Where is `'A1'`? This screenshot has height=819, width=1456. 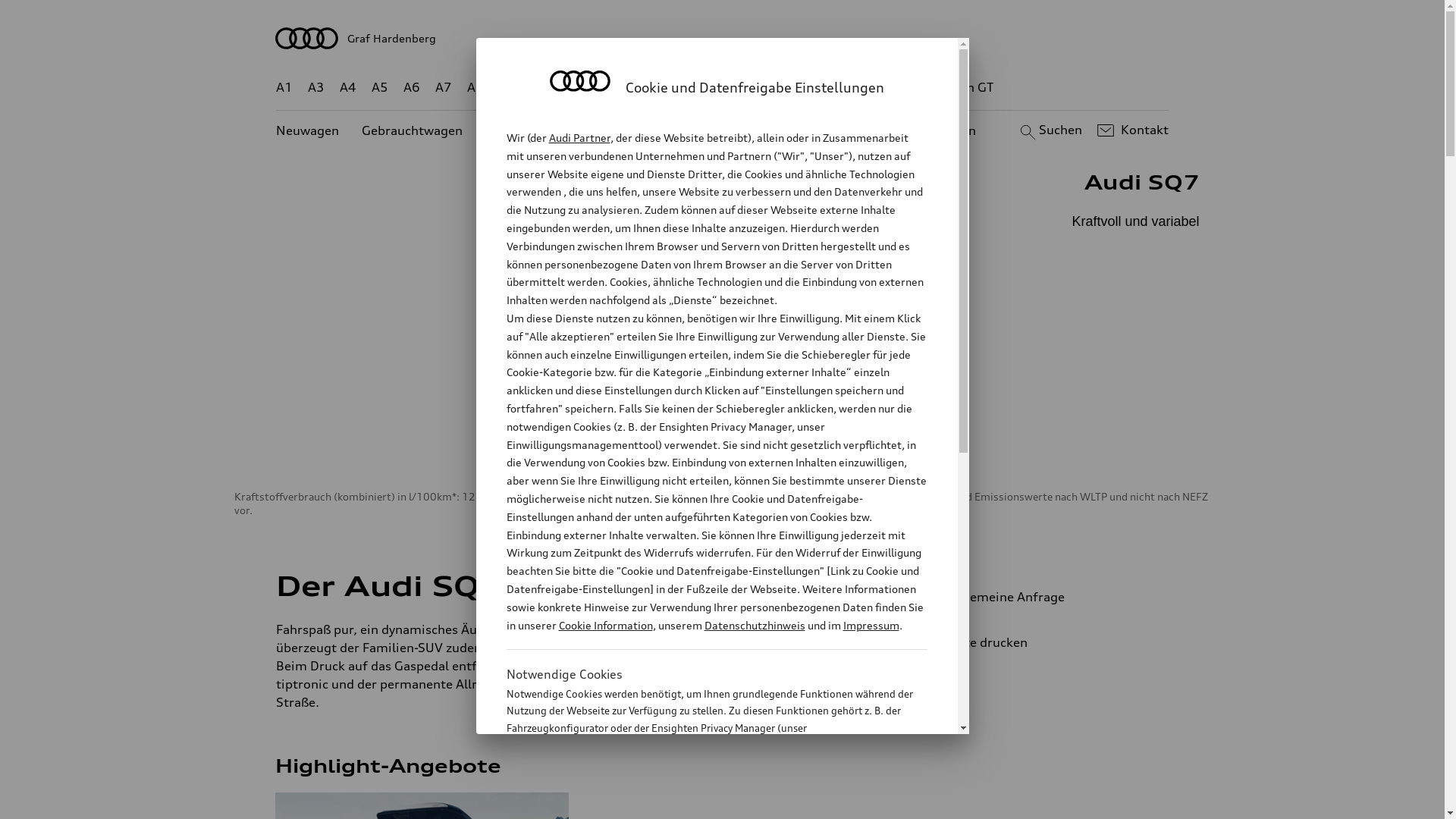
'A1' is located at coordinates (284, 87).